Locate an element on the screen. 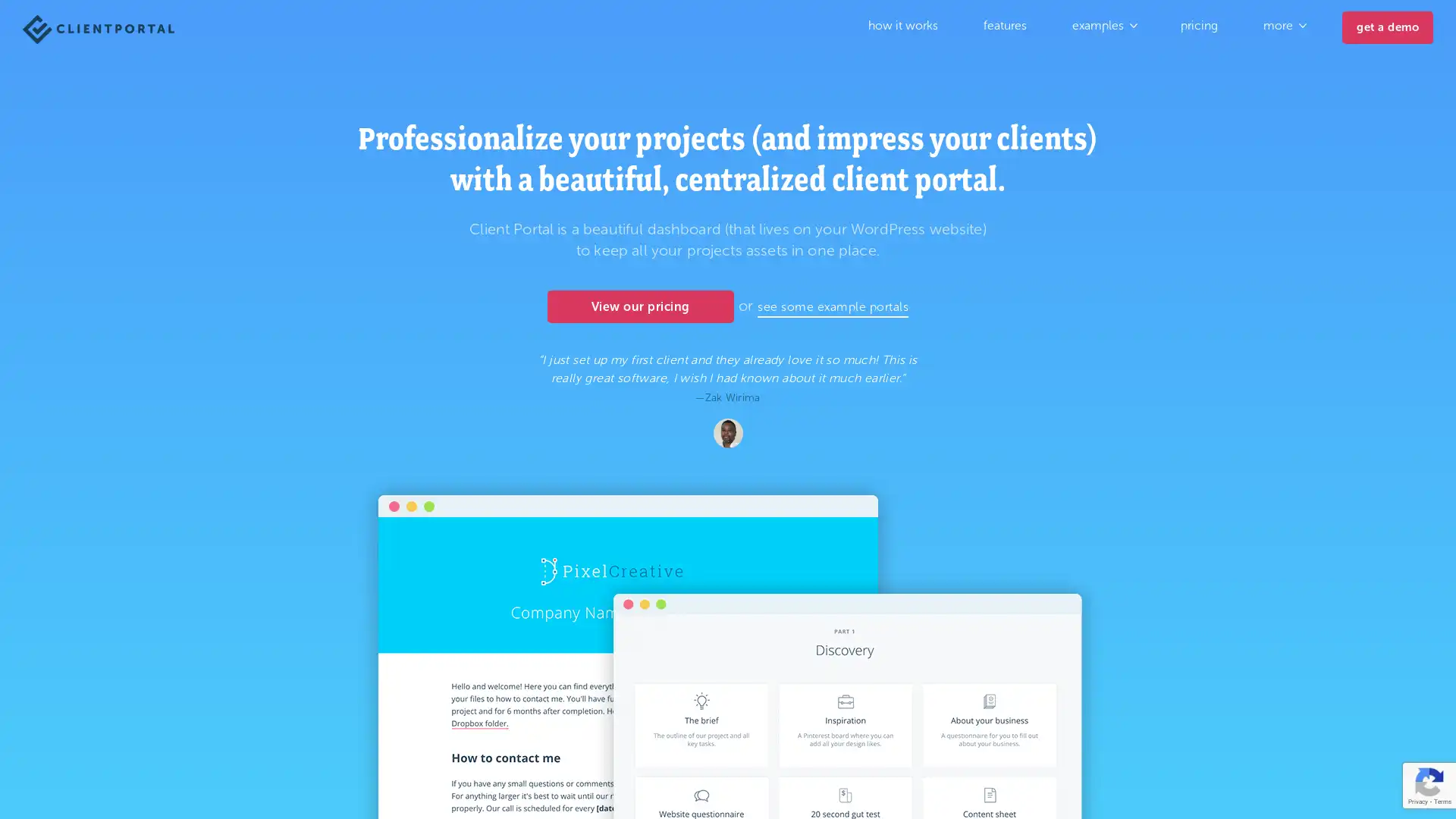 The image size is (1456, 819). Get the video demo is located at coordinates (1276, 748).